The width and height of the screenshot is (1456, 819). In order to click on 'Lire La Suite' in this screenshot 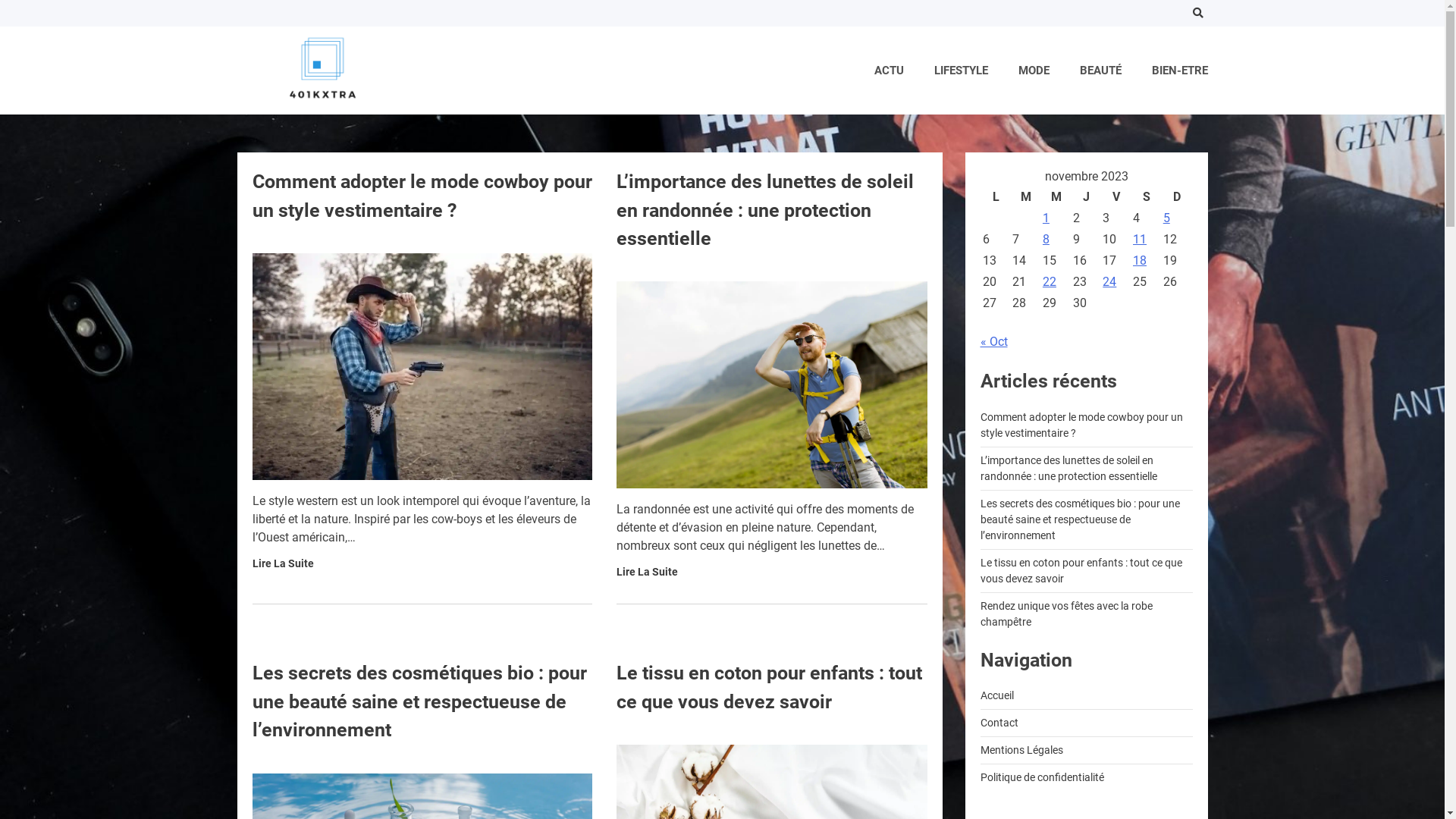, I will do `click(615, 572)`.